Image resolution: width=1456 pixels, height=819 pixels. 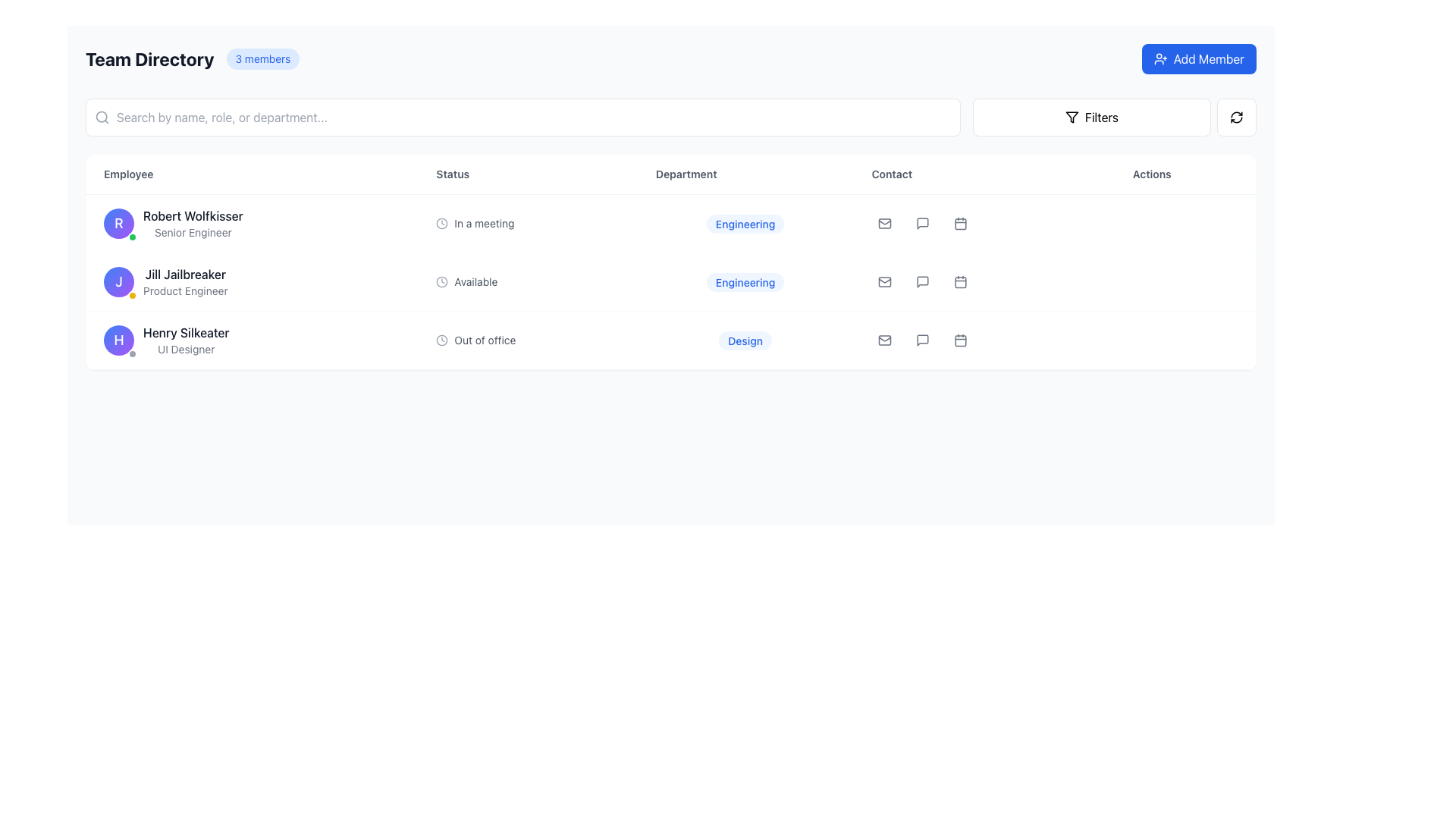 I want to click on the calendar icon, which is a small rounded rectangle located in the third row of the 'Team Directory' table under the 'Actions' column, so click(x=959, y=282).